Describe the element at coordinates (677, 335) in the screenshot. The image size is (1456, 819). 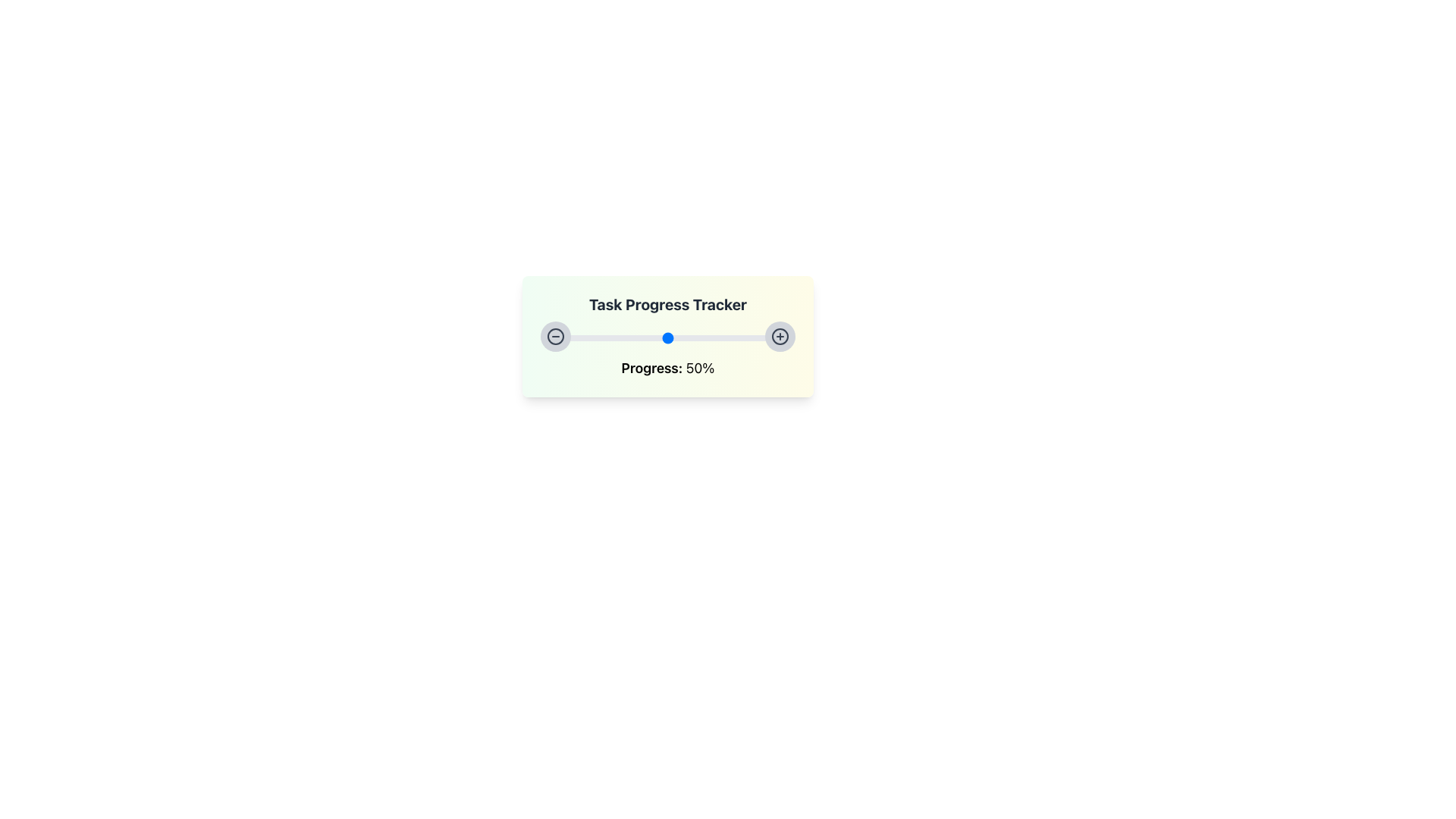
I see `progress value` at that location.